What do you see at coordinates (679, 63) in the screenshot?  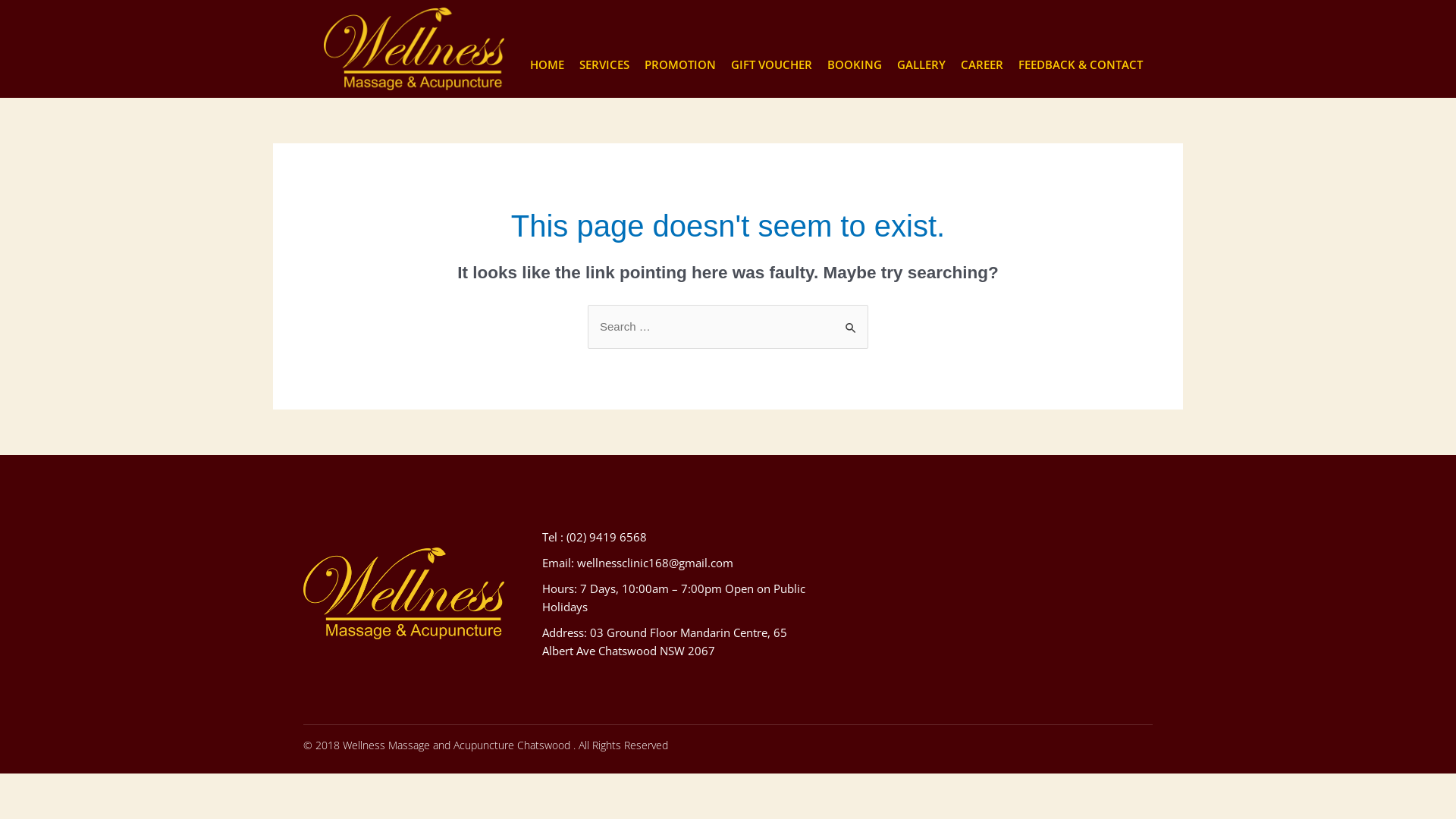 I see `'PROMOTION'` at bounding box center [679, 63].